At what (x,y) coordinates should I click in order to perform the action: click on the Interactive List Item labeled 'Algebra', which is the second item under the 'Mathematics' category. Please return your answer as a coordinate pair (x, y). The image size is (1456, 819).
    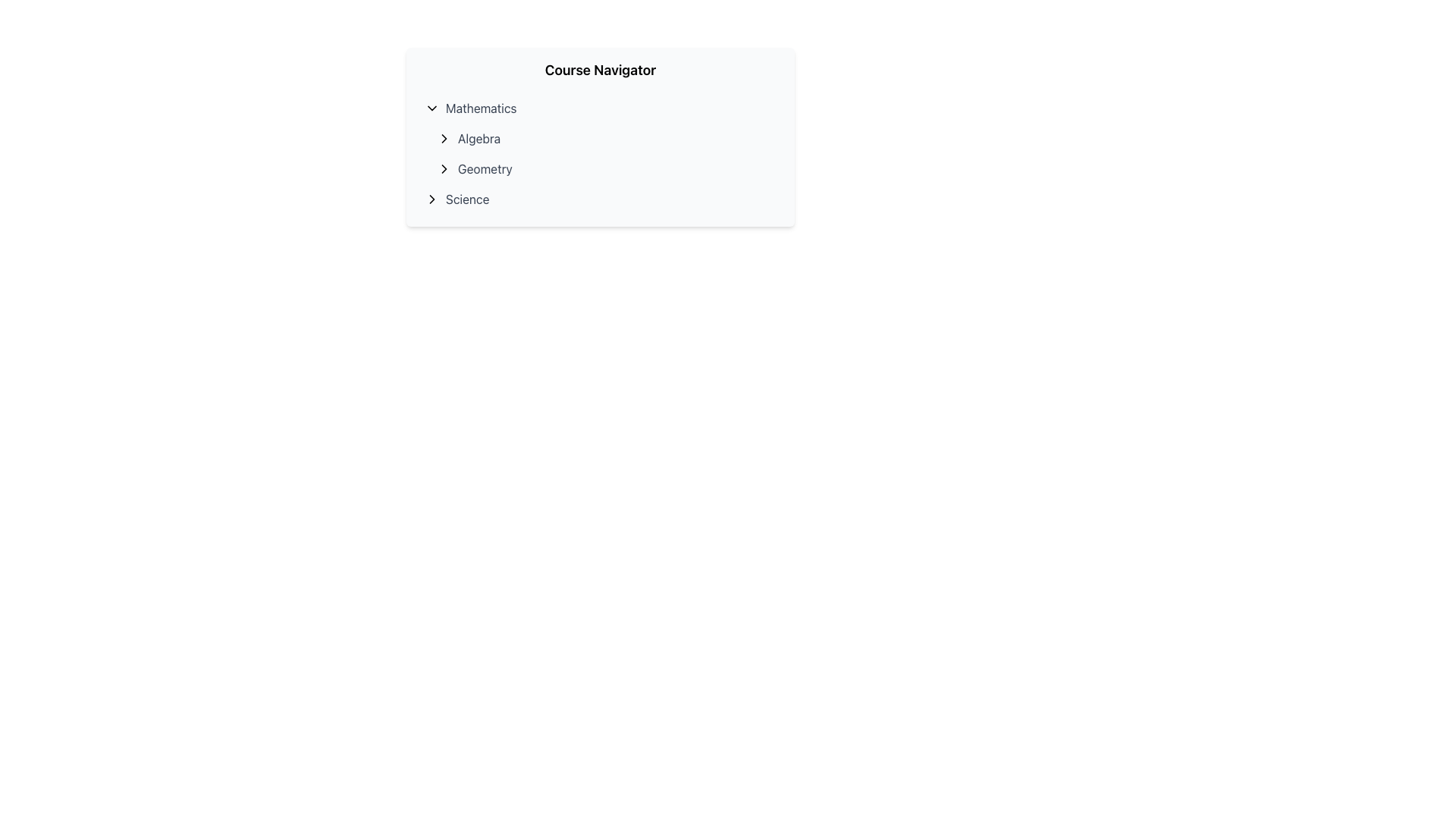
    Looking at the image, I should click on (607, 138).